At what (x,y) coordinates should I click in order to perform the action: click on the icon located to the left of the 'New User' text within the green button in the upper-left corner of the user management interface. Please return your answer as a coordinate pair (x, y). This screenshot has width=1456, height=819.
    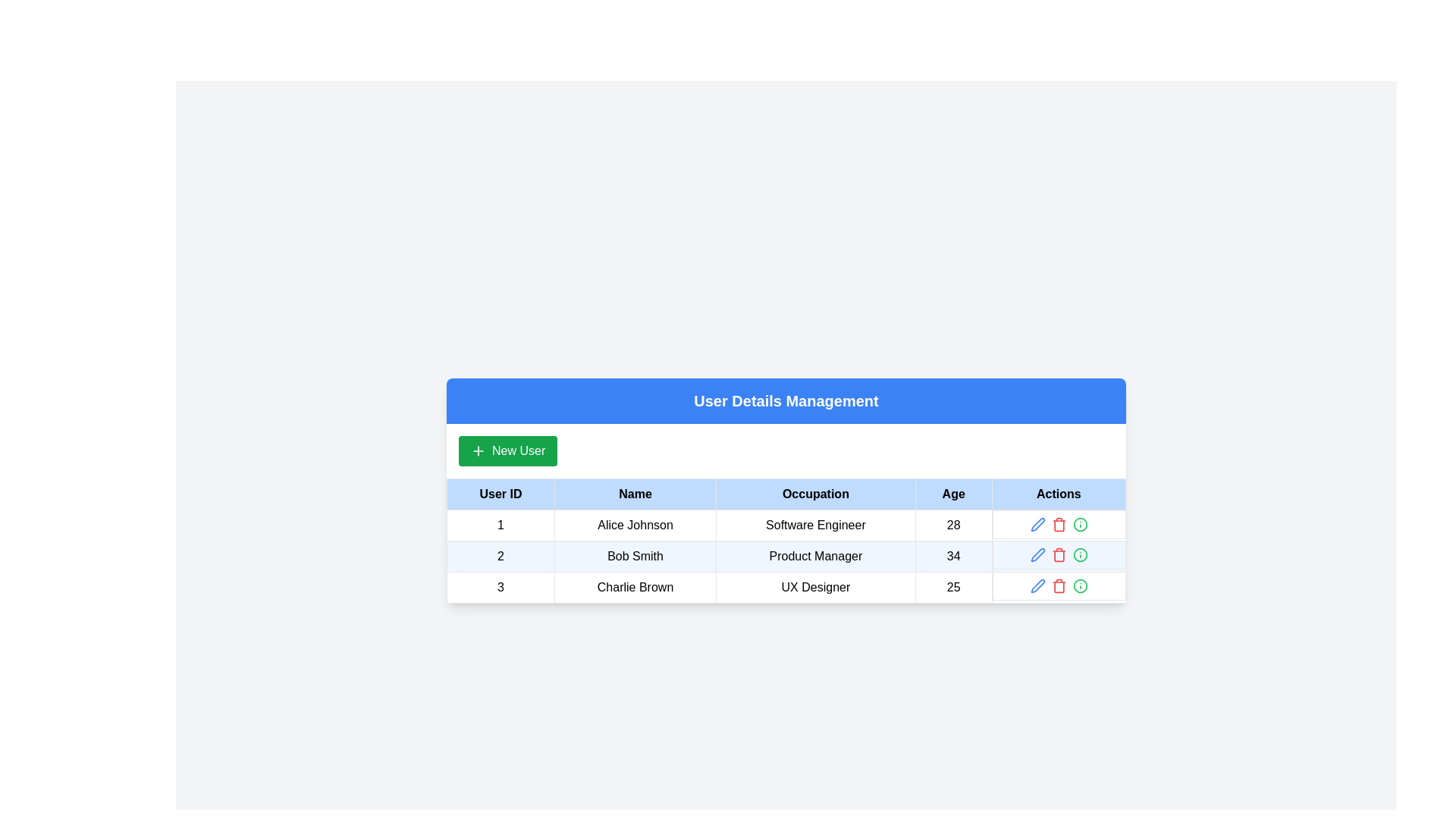
    Looking at the image, I should click on (477, 450).